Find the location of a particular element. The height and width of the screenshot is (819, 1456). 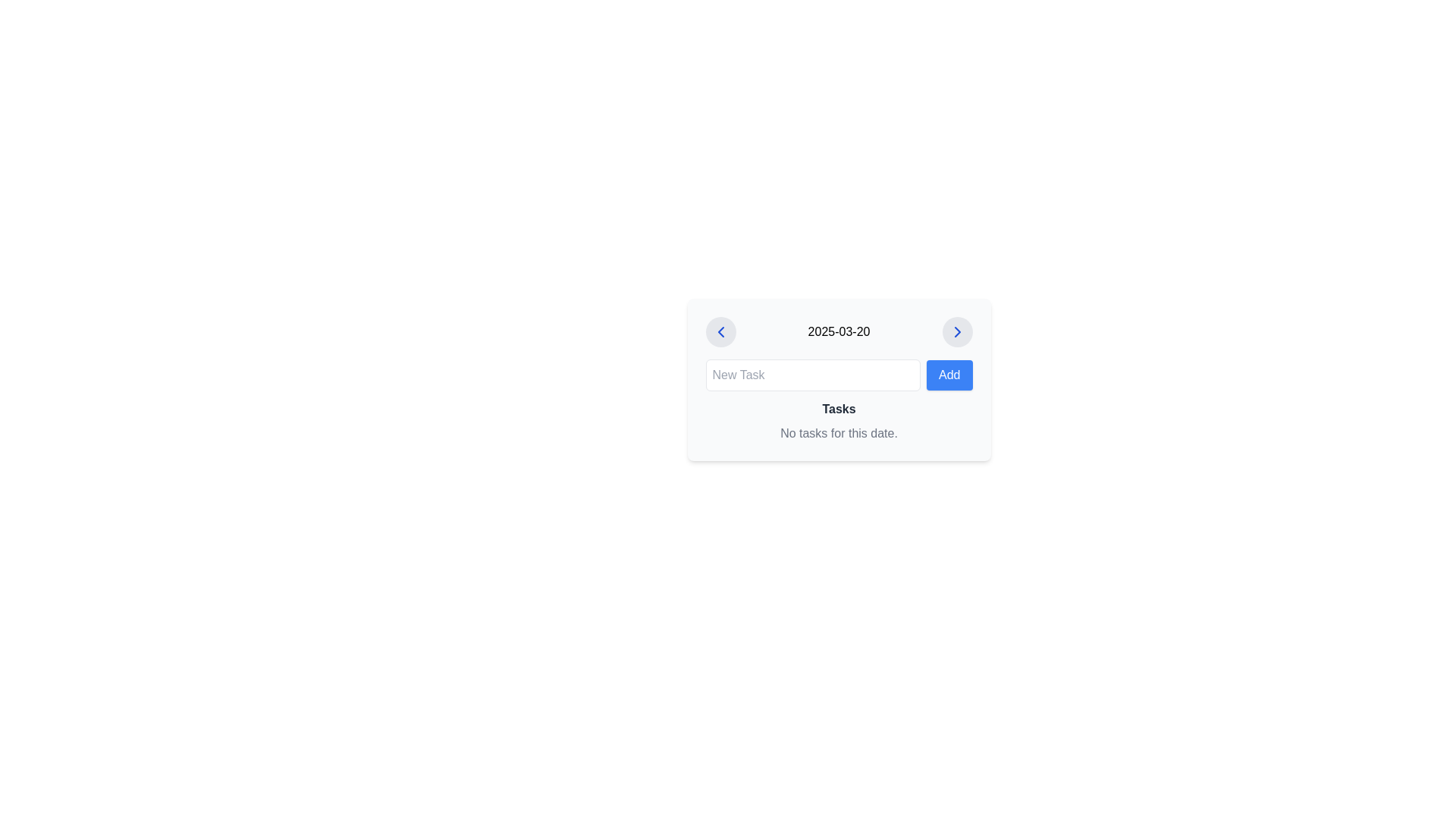

the leftward-facing arrow icon within the blue-tinted button is located at coordinates (720, 331).